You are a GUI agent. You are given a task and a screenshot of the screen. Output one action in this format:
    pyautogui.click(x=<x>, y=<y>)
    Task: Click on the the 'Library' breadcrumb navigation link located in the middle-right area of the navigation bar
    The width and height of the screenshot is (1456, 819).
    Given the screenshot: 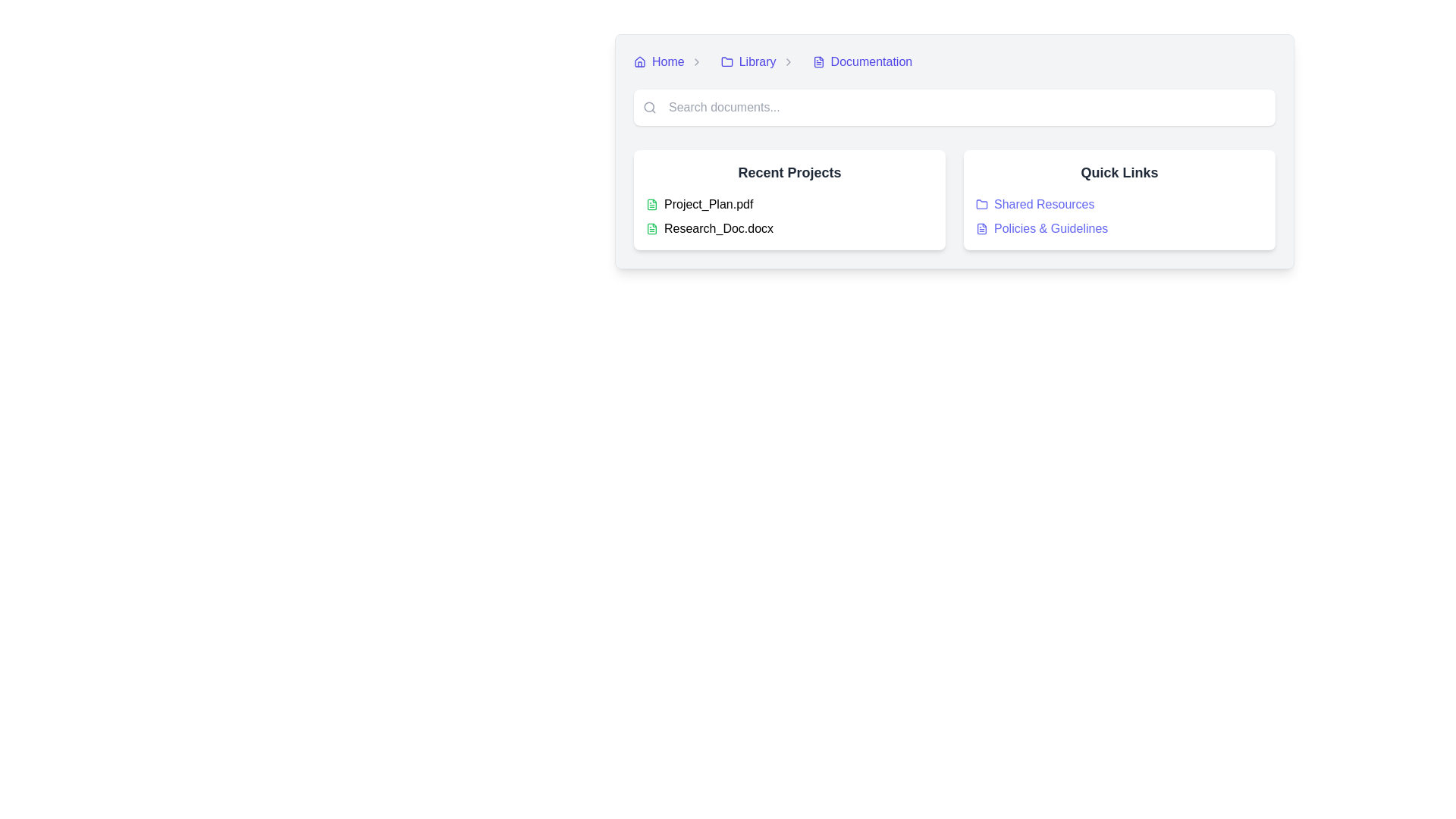 What is the action you would take?
    pyautogui.click(x=748, y=61)
    